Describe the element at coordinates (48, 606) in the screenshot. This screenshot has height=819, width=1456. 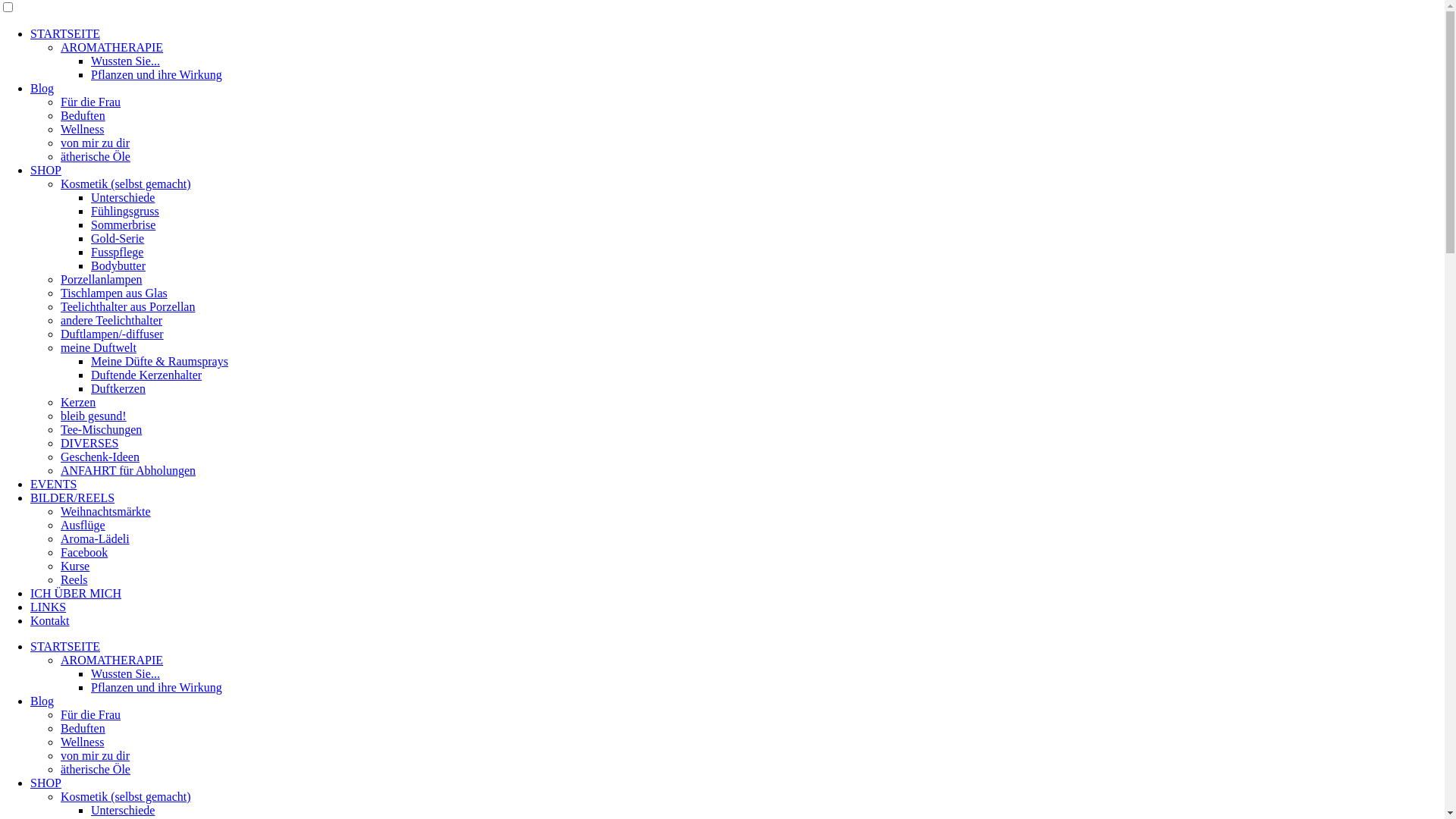
I see `'LINKS'` at that location.